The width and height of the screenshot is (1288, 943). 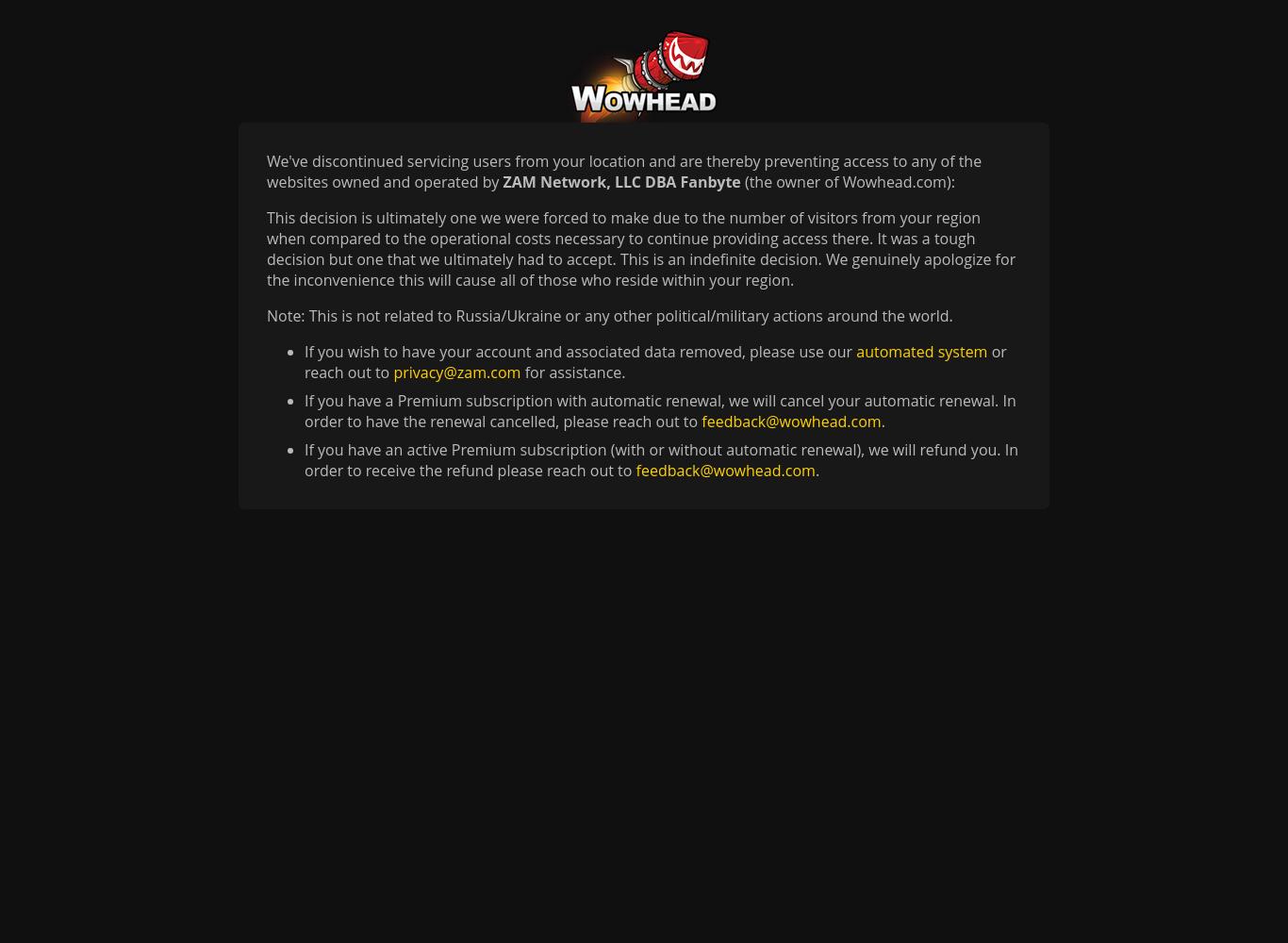 What do you see at coordinates (571, 372) in the screenshot?
I see `'for assistance.'` at bounding box center [571, 372].